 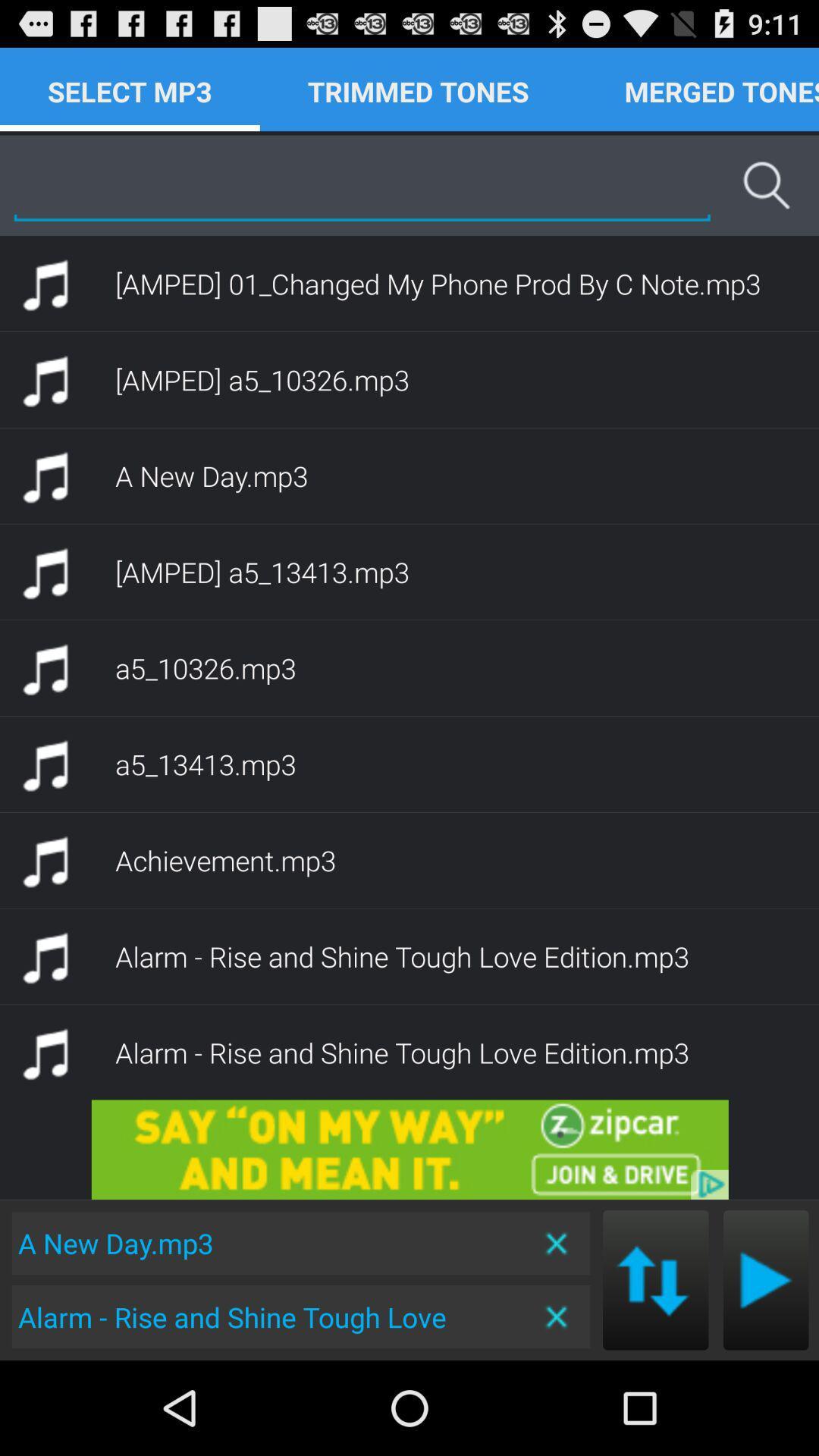 I want to click on advertisement, so click(x=409, y=1150).